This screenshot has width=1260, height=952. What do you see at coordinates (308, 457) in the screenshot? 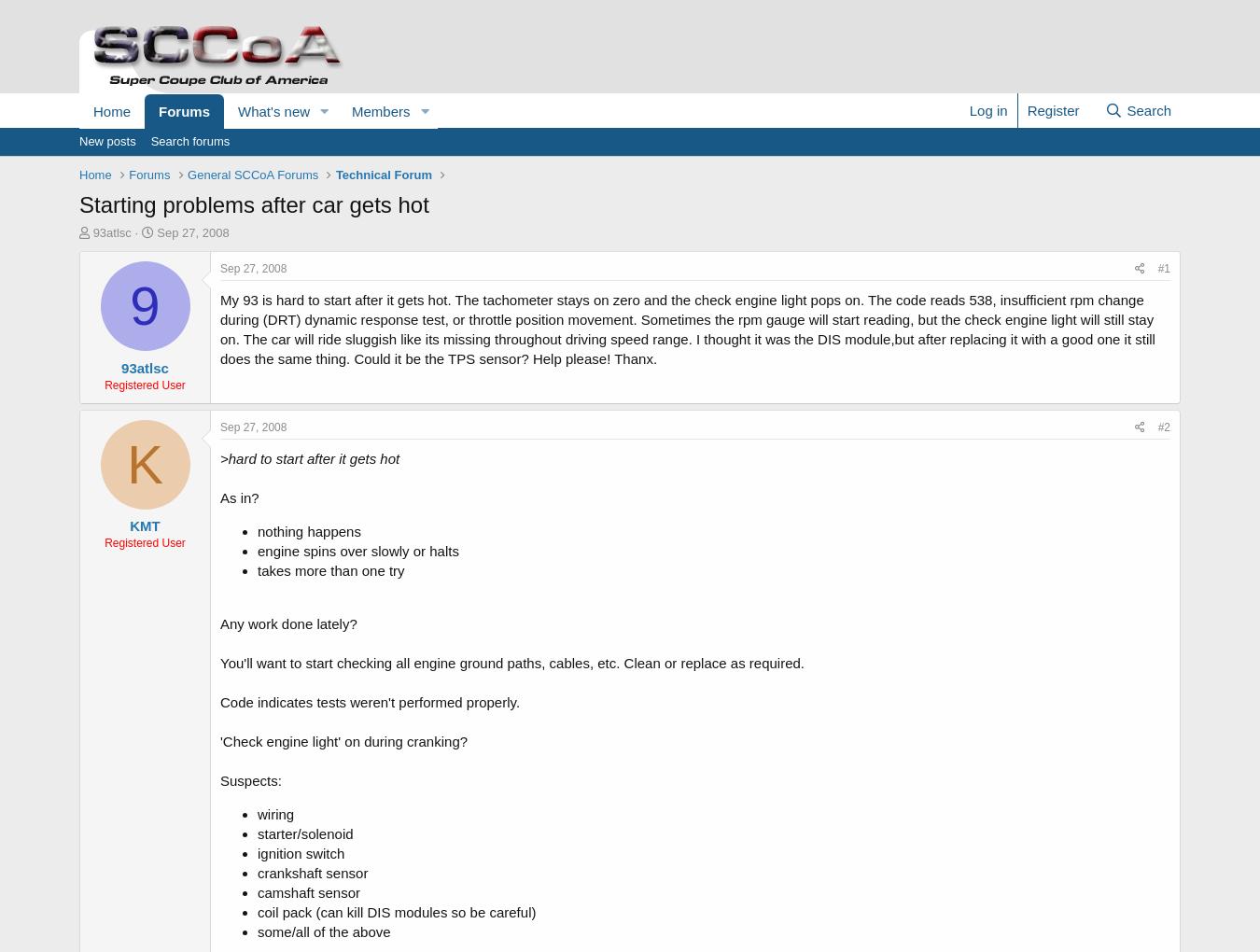
I see `'>hard to start after it gets hot'` at bounding box center [308, 457].